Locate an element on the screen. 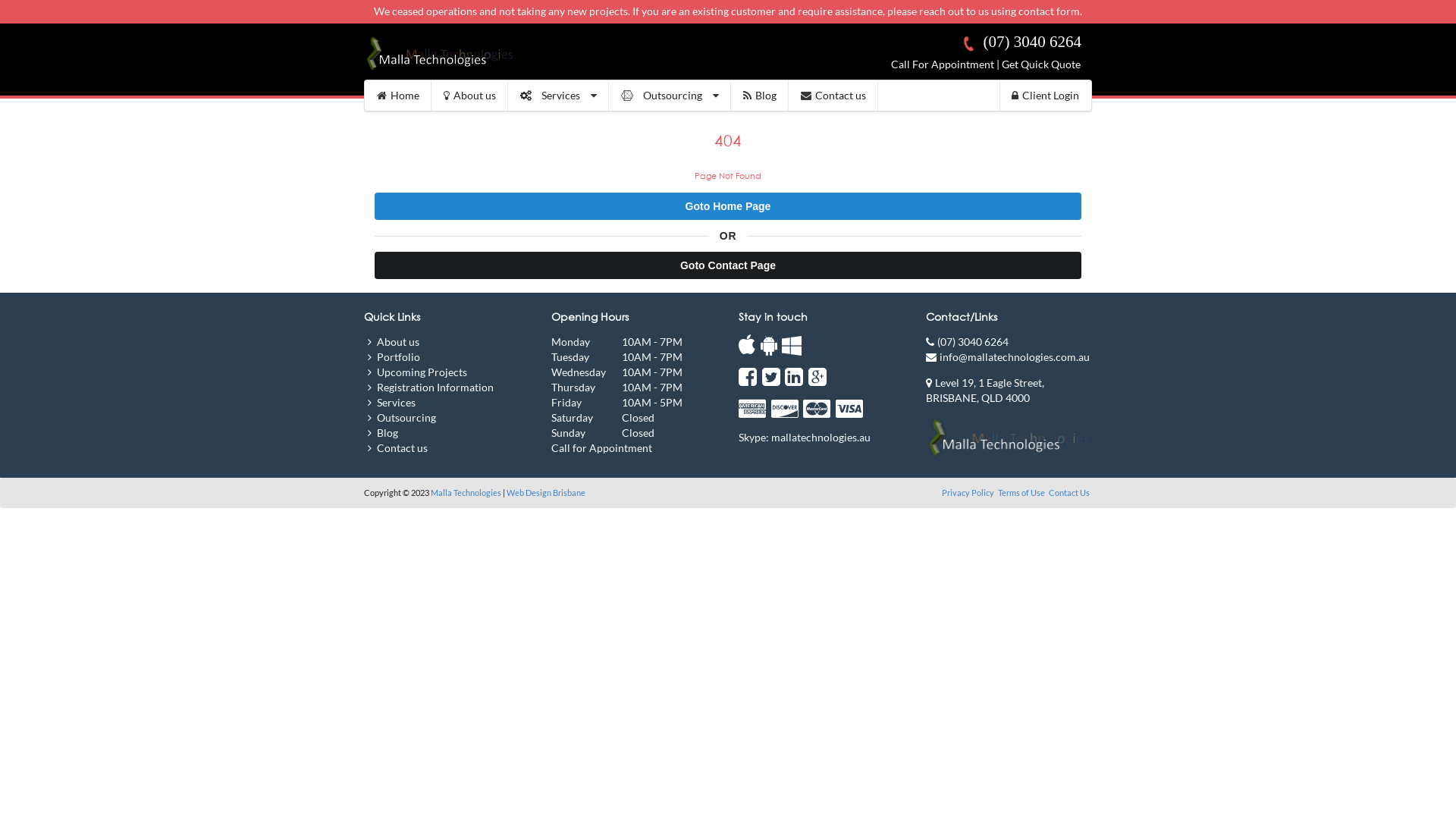 The width and height of the screenshot is (1456, 819). 'Contact Us' is located at coordinates (1068, 492).